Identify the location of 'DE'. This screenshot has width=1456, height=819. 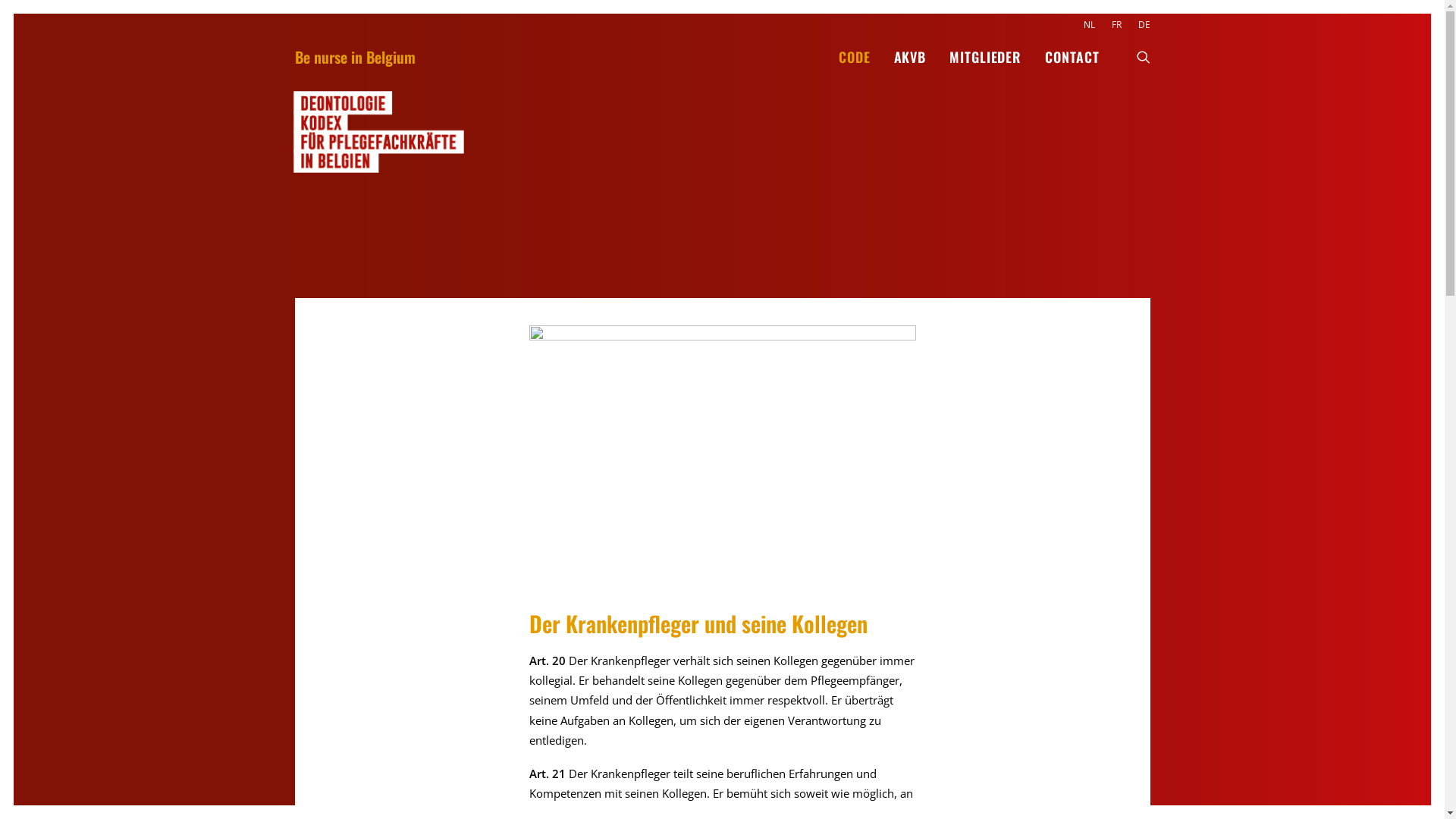
(1141, 24).